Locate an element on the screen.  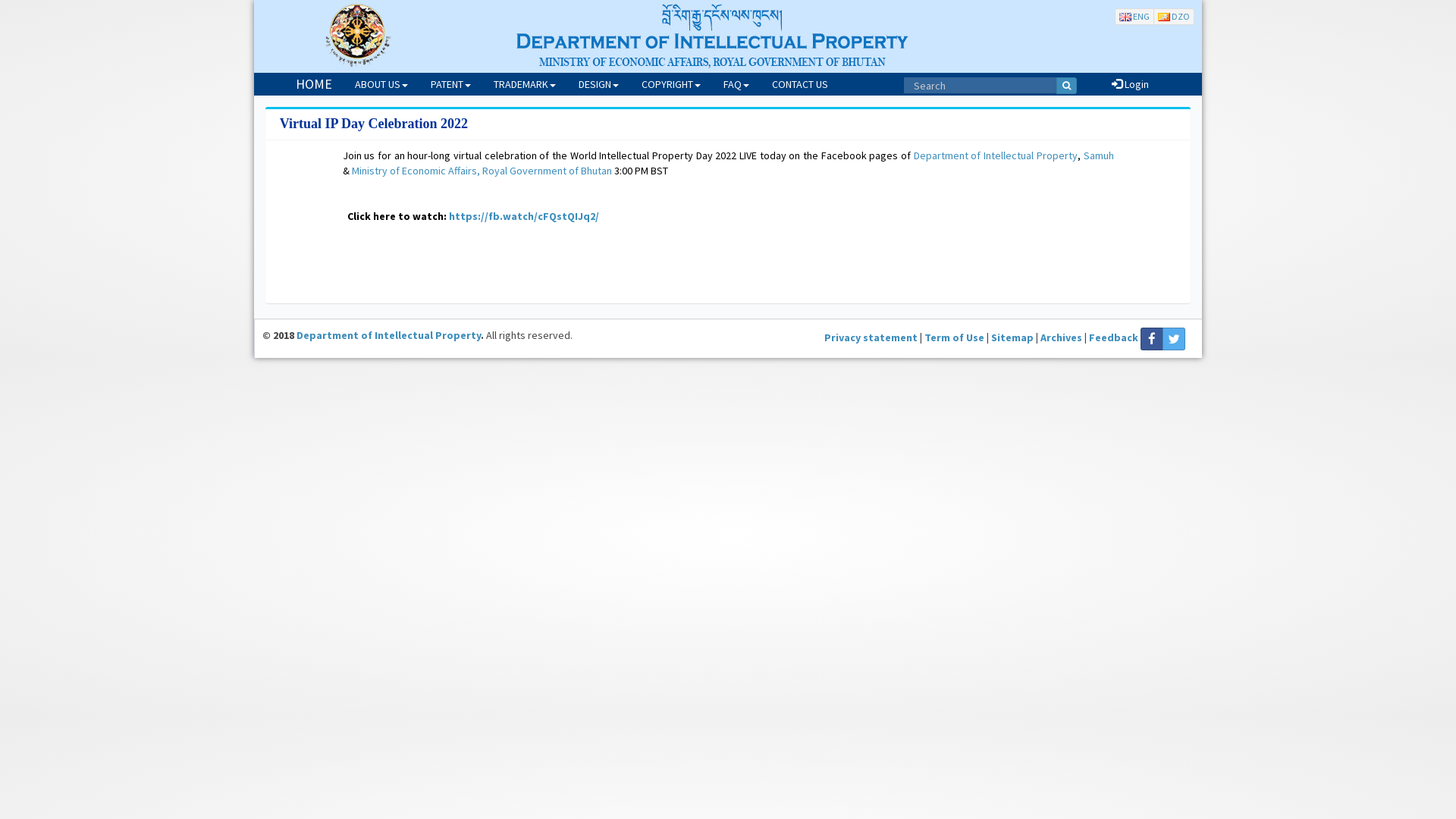
'https://fb.watch/cFQstQIJq2/' is located at coordinates (524, 216).